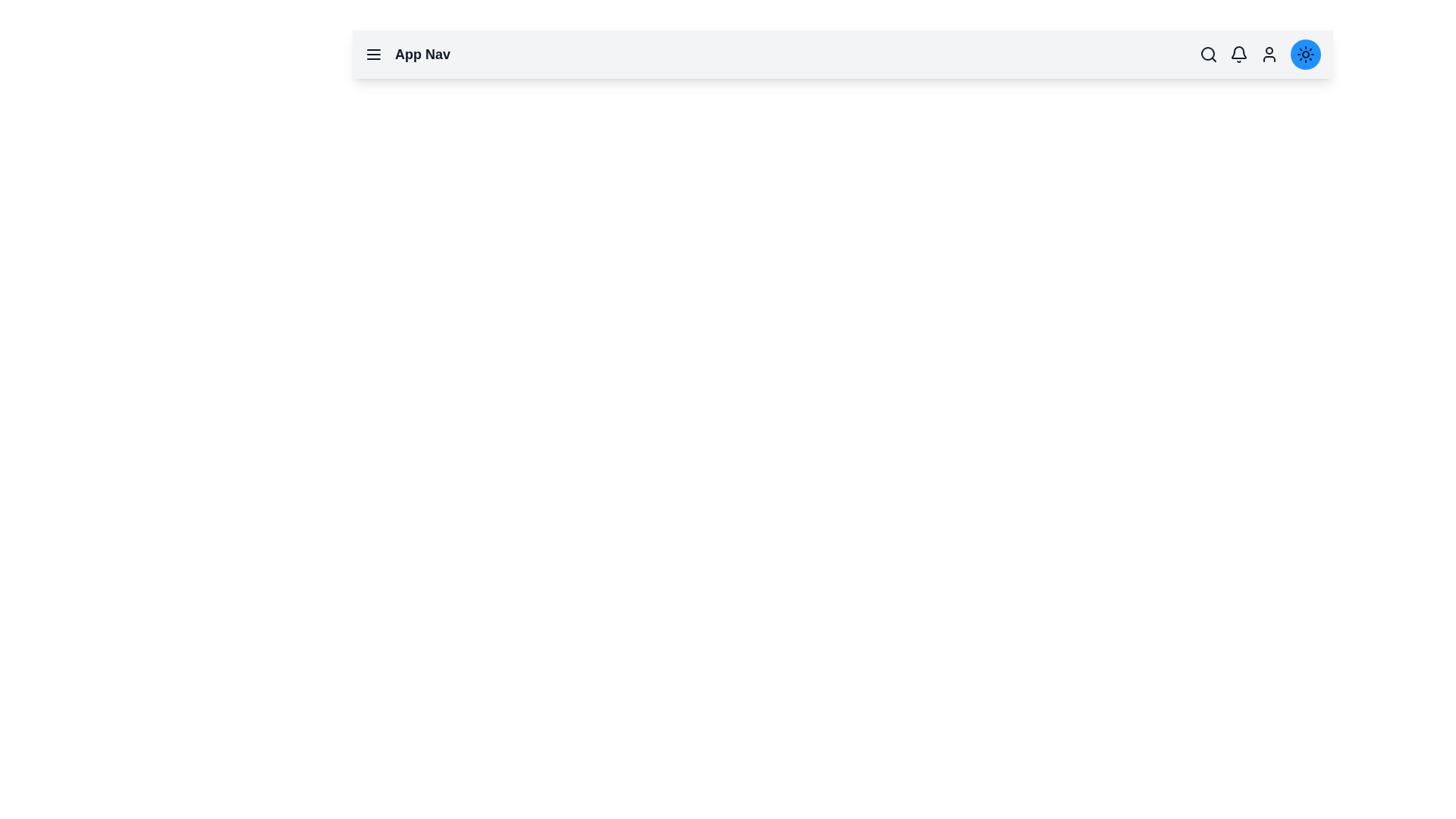  I want to click on the user icon to access profile options, so click(1269, 54).